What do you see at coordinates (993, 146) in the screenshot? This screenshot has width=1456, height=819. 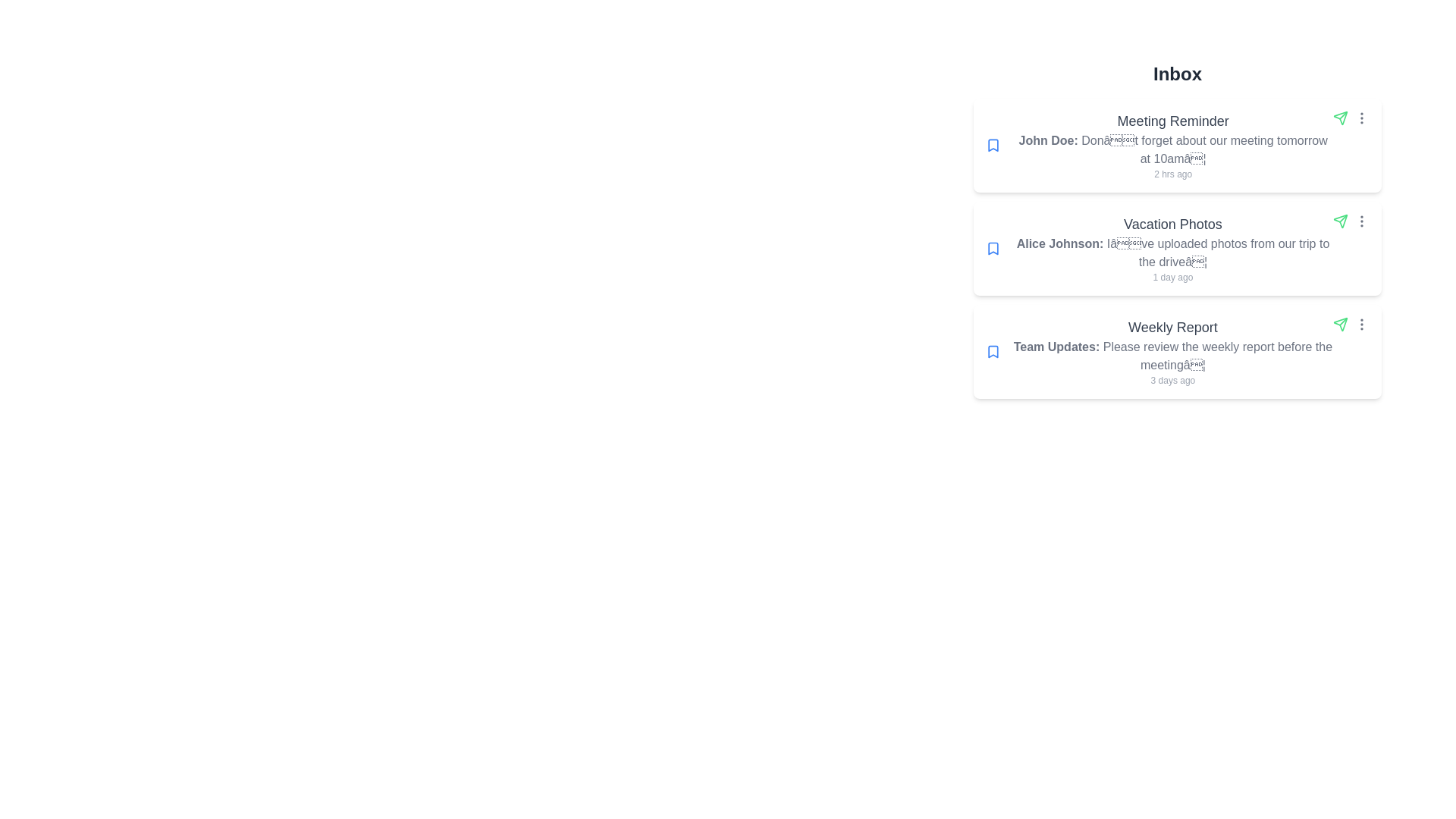 I see `bookmark icon for the message with subject Meeting Reminder` at bounding box center [993, 146].